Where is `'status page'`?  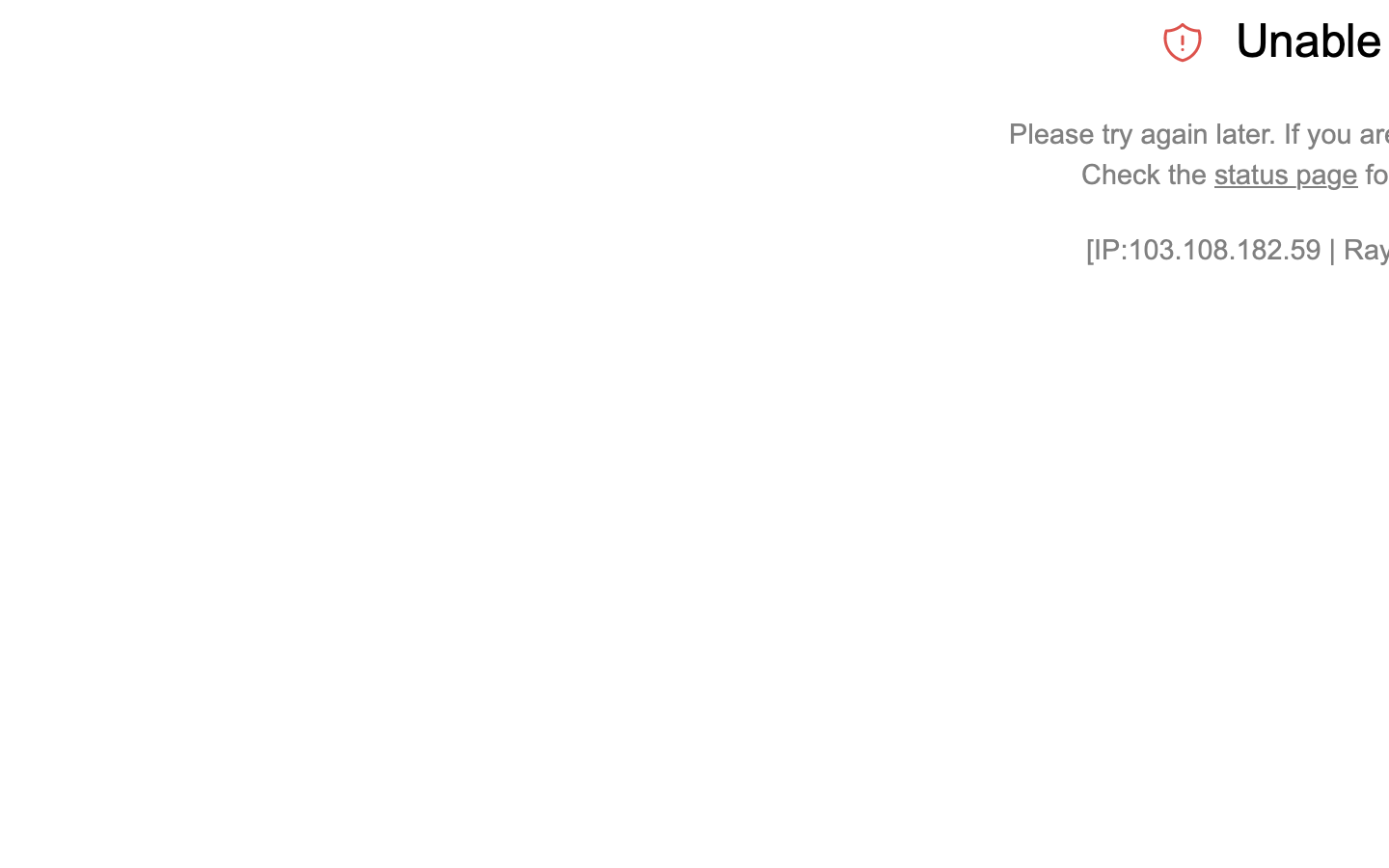
'status page' is located at coordinates (1285, 174).